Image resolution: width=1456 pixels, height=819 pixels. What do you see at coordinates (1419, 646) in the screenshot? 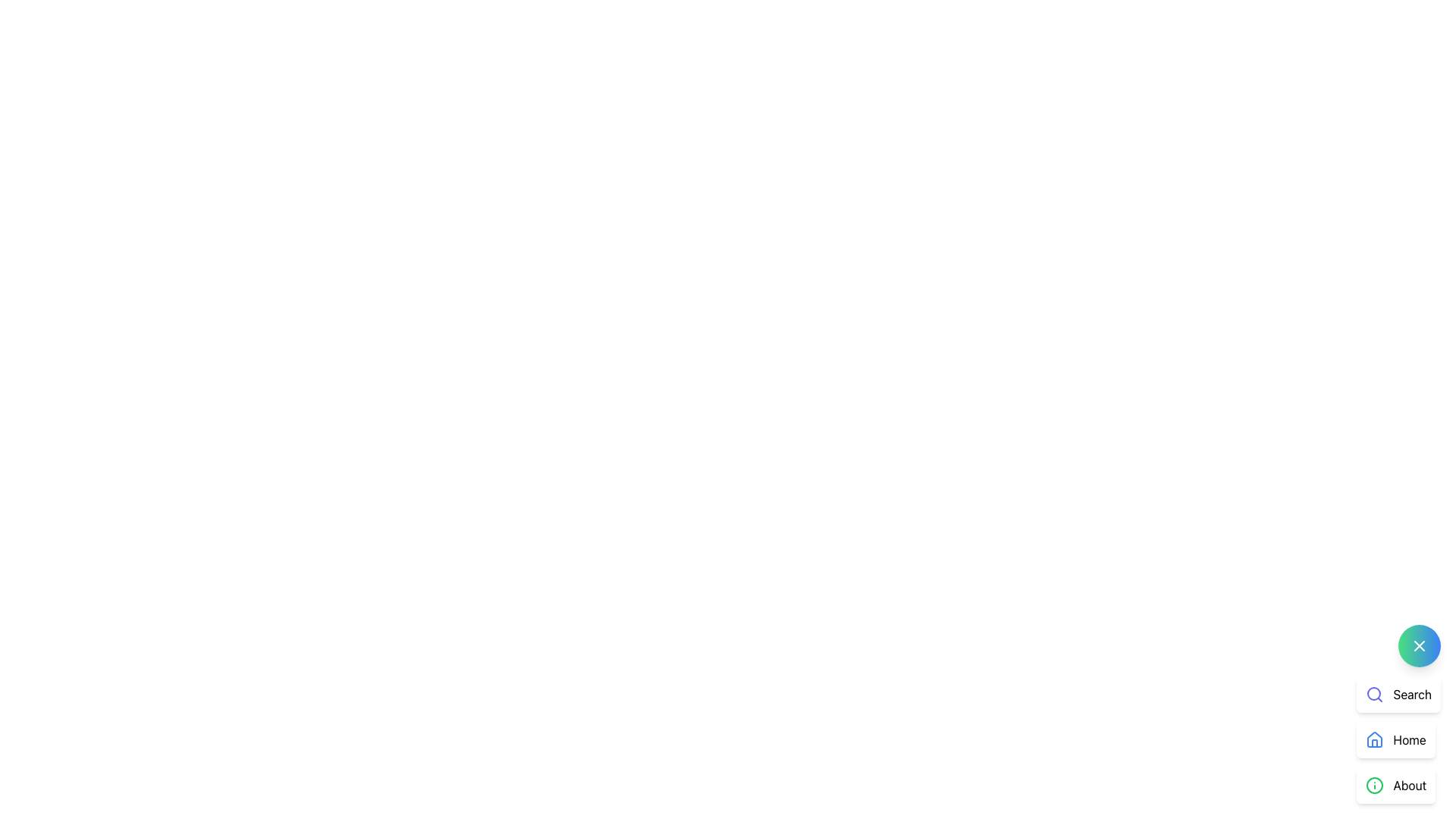
I see `the circular button with a gradient background containing a diagonal cross icon for a tooltip` at bounding box center [1419, 646].